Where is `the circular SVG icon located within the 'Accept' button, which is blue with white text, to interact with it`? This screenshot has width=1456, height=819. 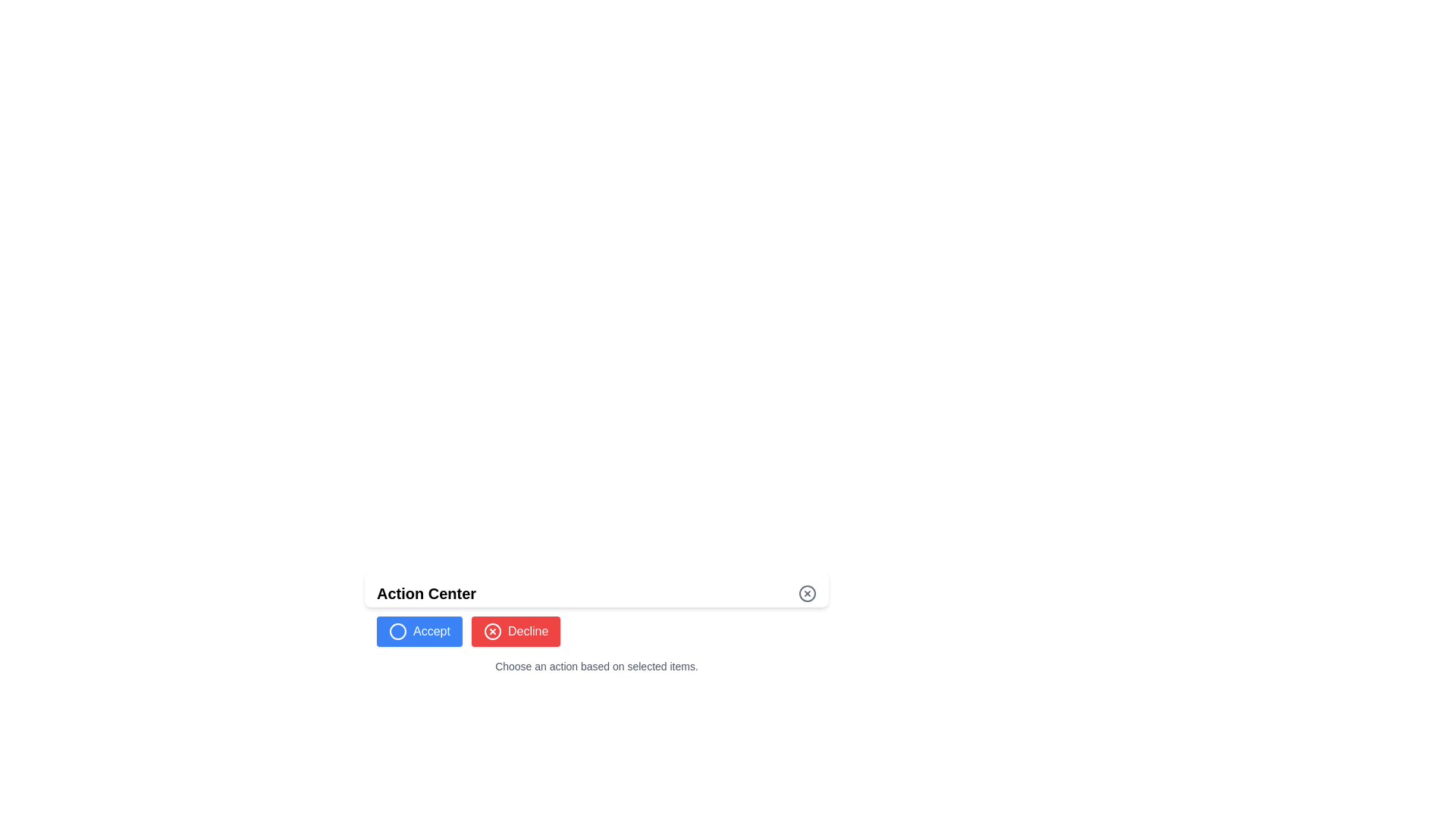
the circular SVG icon located within the 'Accept' button, which is blue with white text, to interact with it is located at coordinates (397, 632).